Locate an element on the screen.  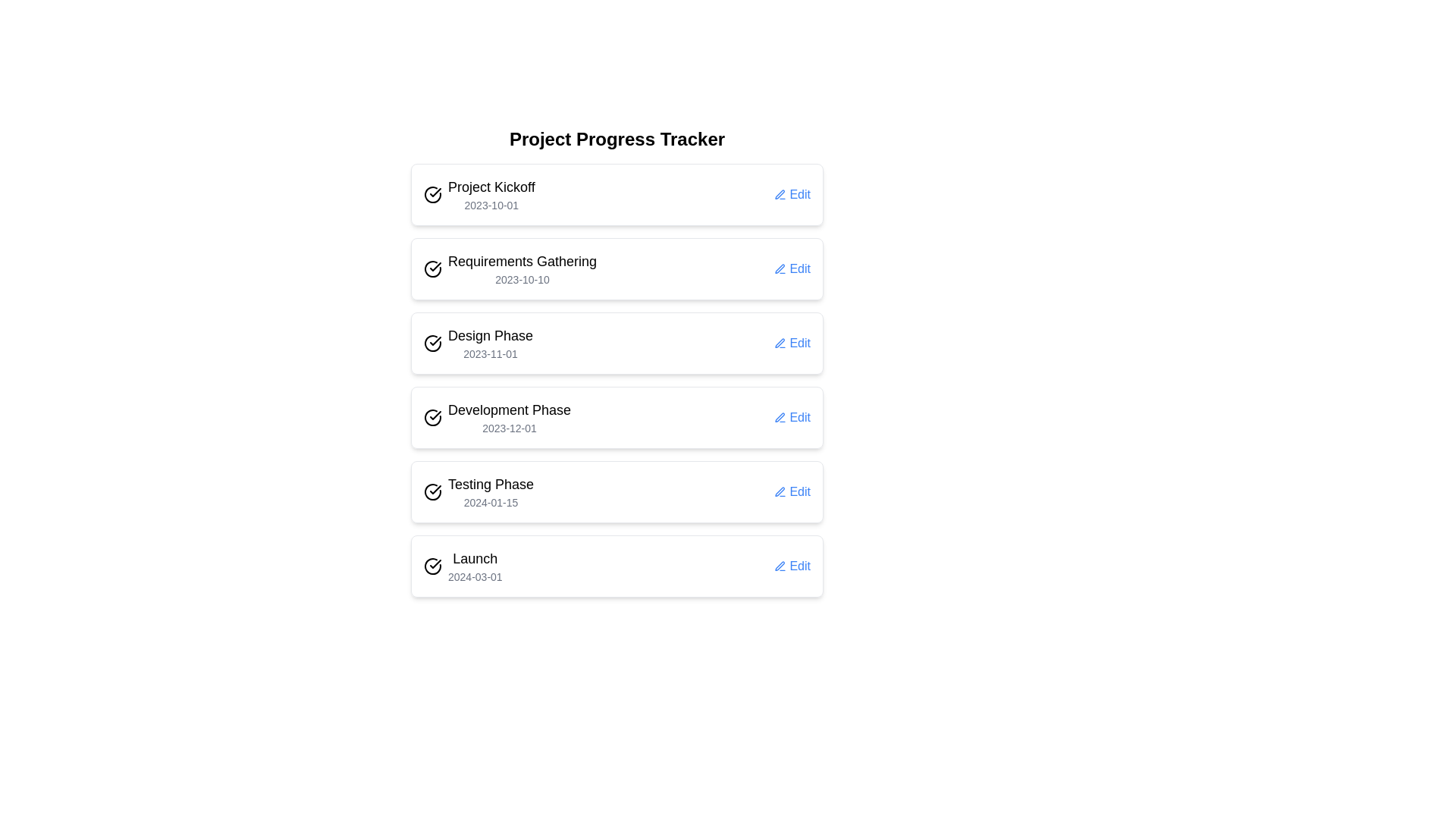
the edit button located on the right side of the 'Design Phase' section, positioned after the '2023-11-01' date text, to initiate editing is located at coordinates (792, 343).